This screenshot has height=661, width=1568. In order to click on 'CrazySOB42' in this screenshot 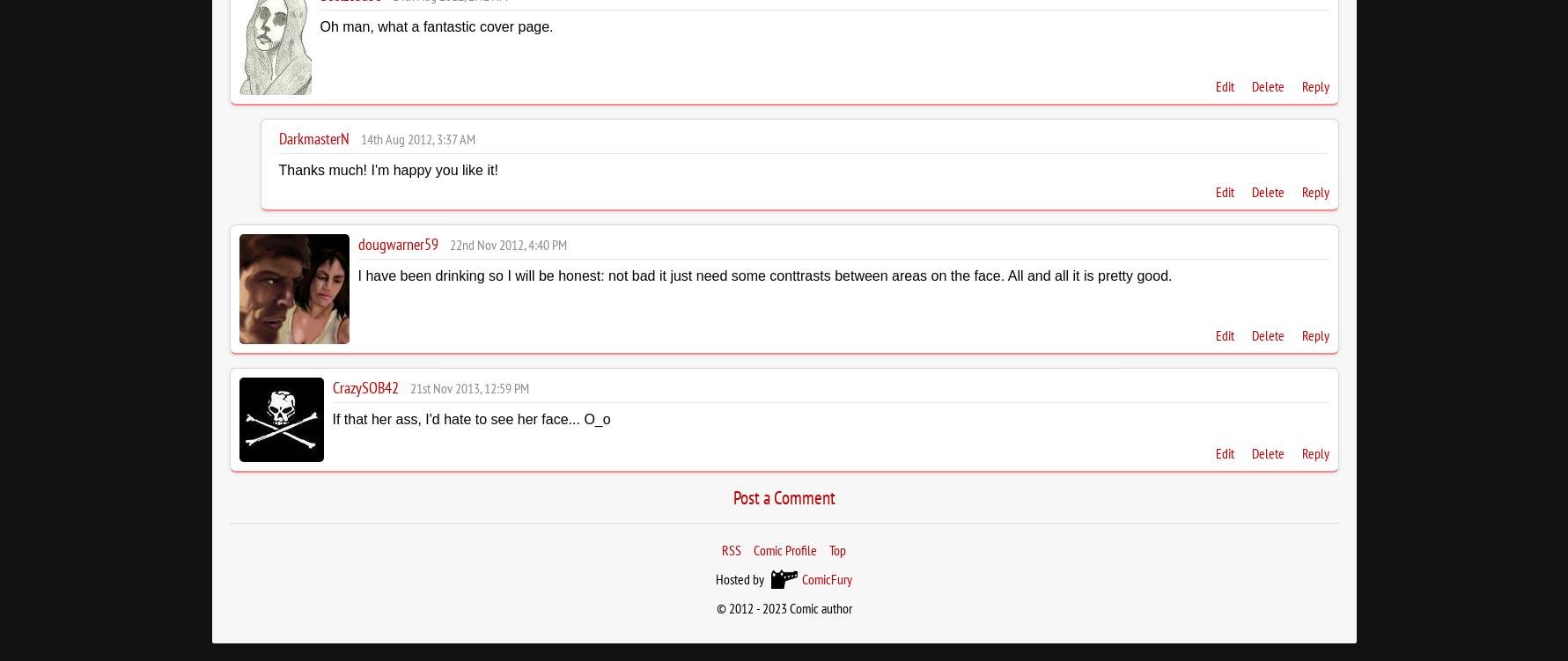, I will do `click(332, 386)`.